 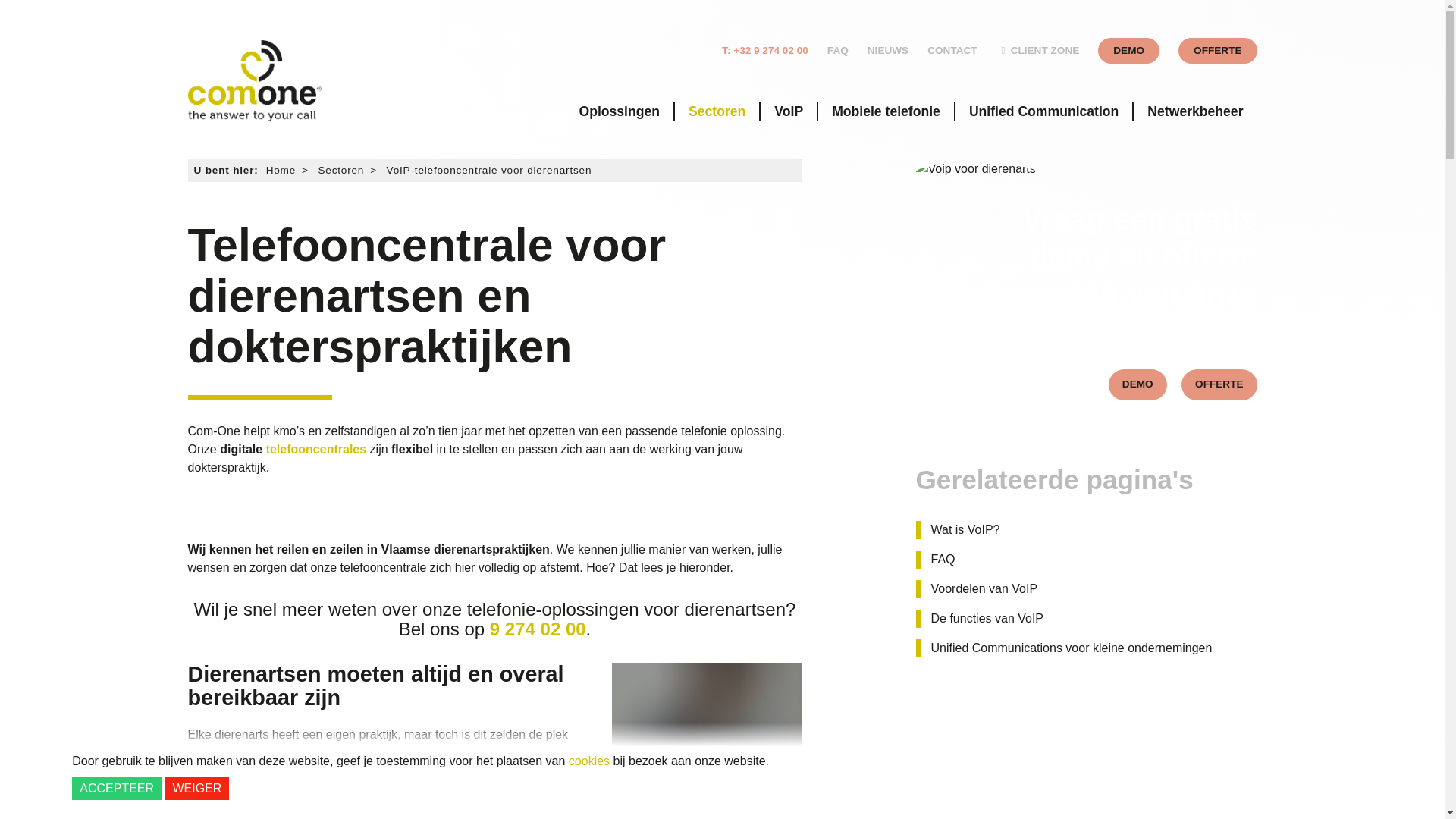 I want to click on '9 274 02 00', so click(x=538, y=629).